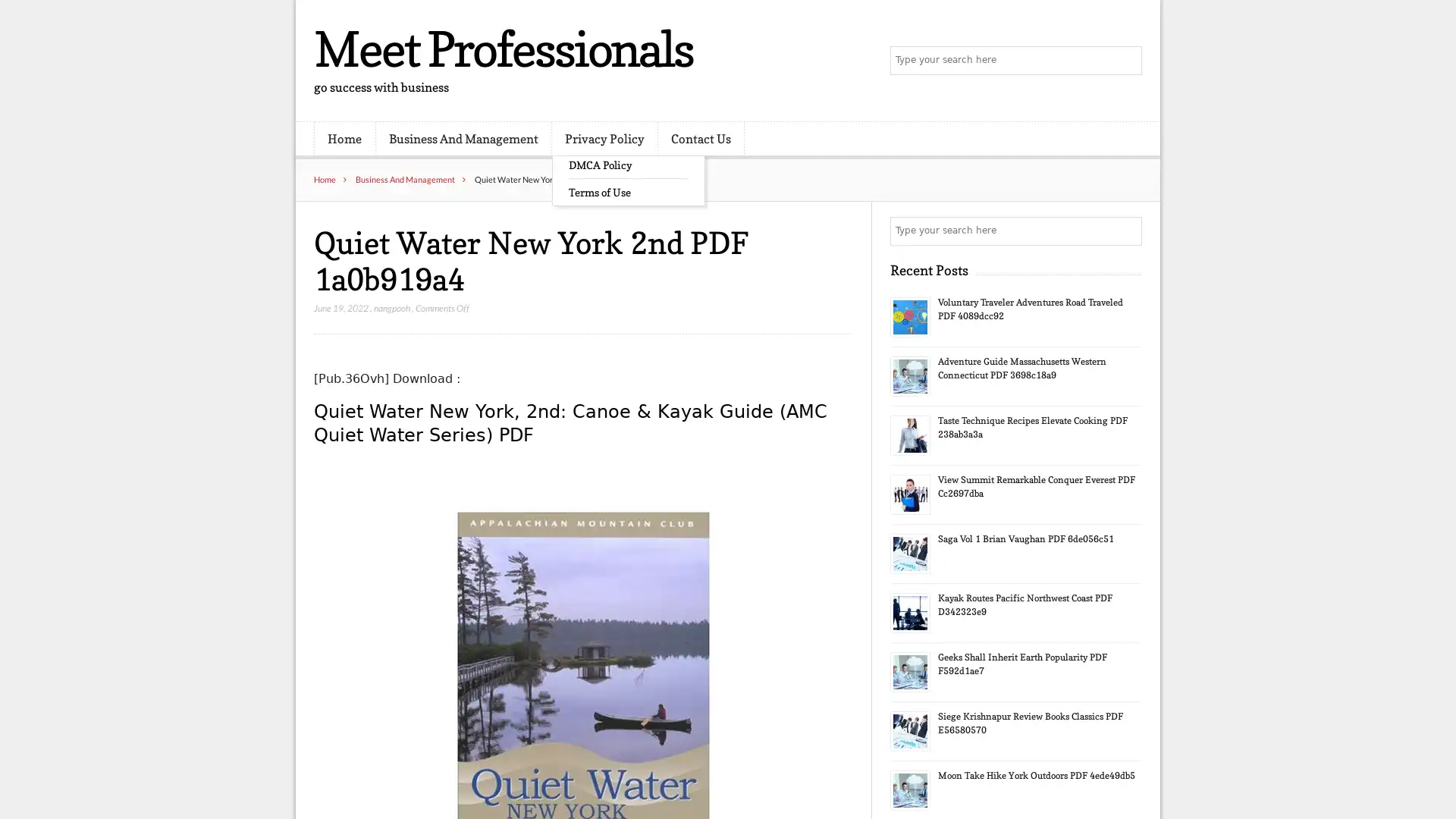 This screenshot has width=1456, height=819. I want to click on Search, so click(1126, 231).